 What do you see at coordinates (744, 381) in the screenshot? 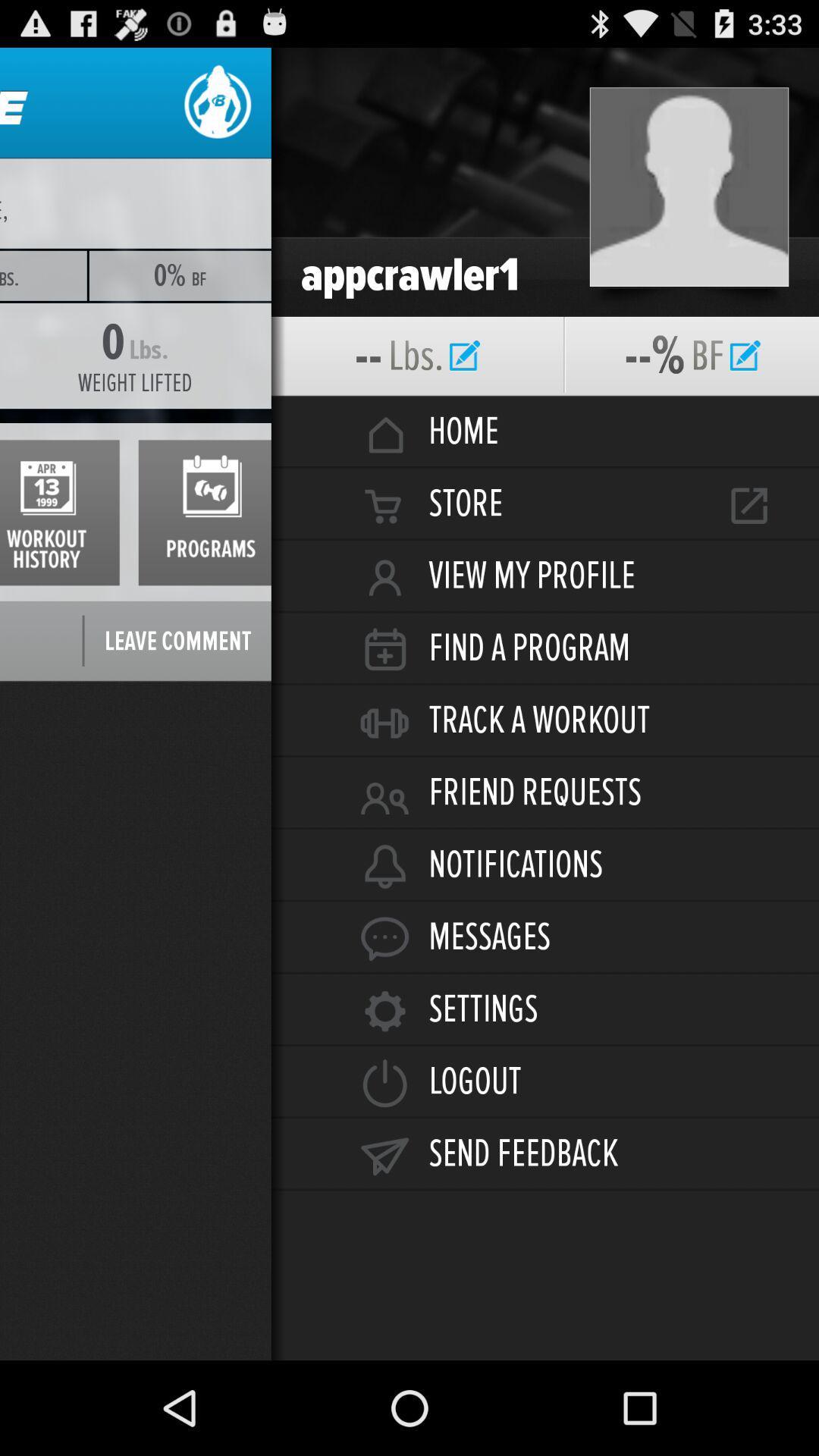
I see `the edit icon` at bounding box center [744, 381].